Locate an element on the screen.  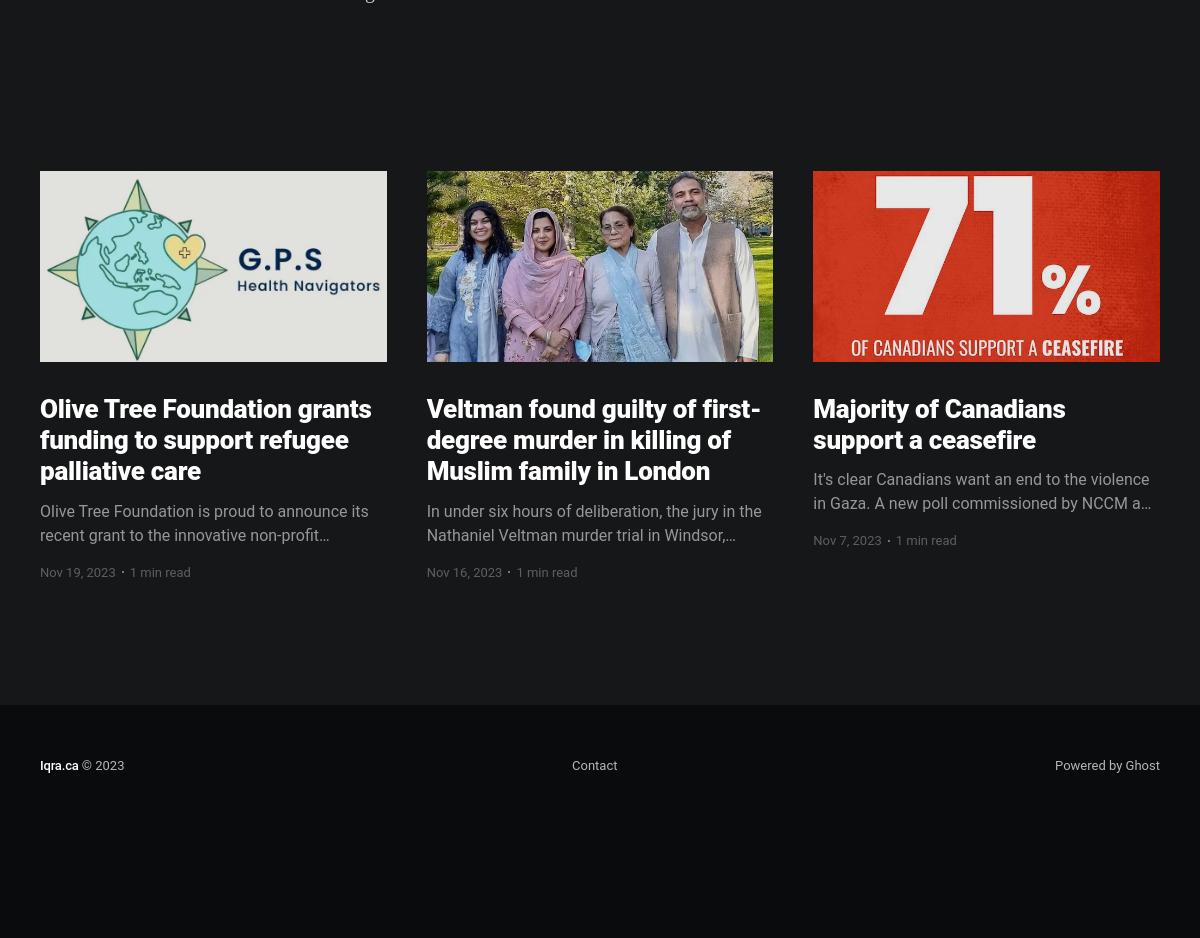
'In under six hours of deliberation, the jury in the Nathaniel Veltman murder trial in Windsor, Ontario, has delivered a verdict of guilt on charges of first-degree murder and attempted murder in connection to the 2021 truck attack on a Muslim family in London.

The 12-member jury, engaged in deliberations' is located at coordinates (426, 581).